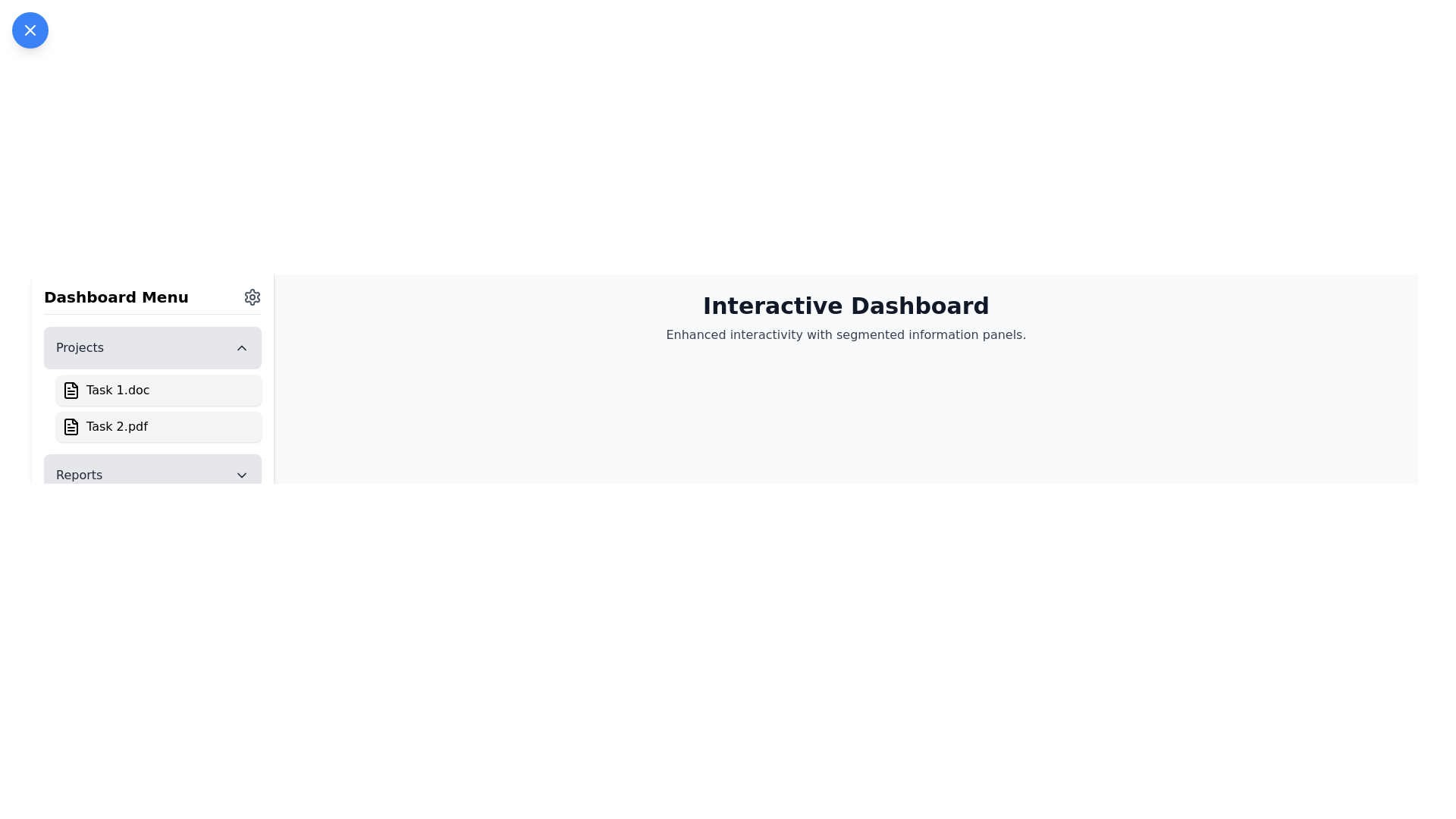 The image size is (1456, 819). What do you see at coordinates (240, 475) in the screenshot?
I see `the downward-pointing chevron icon located to the right of the 'Reports' section in the left vertical sidebar menu` at bounding box center [240, 475].